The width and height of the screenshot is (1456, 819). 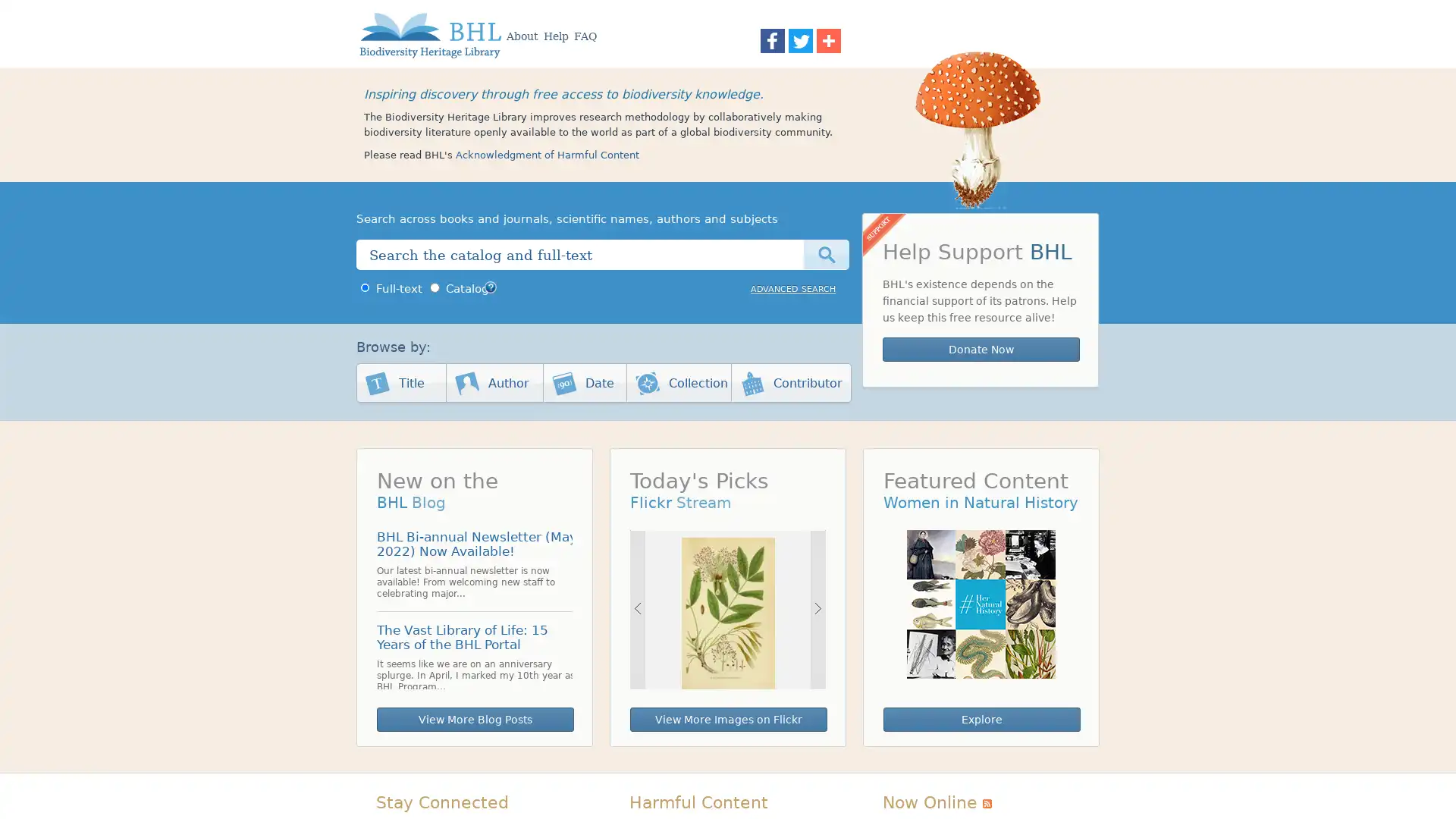 What do you see at coordinates (800, 40) in the screenshot?
I see `Share to Twitter` at bounding box center [800, 40].